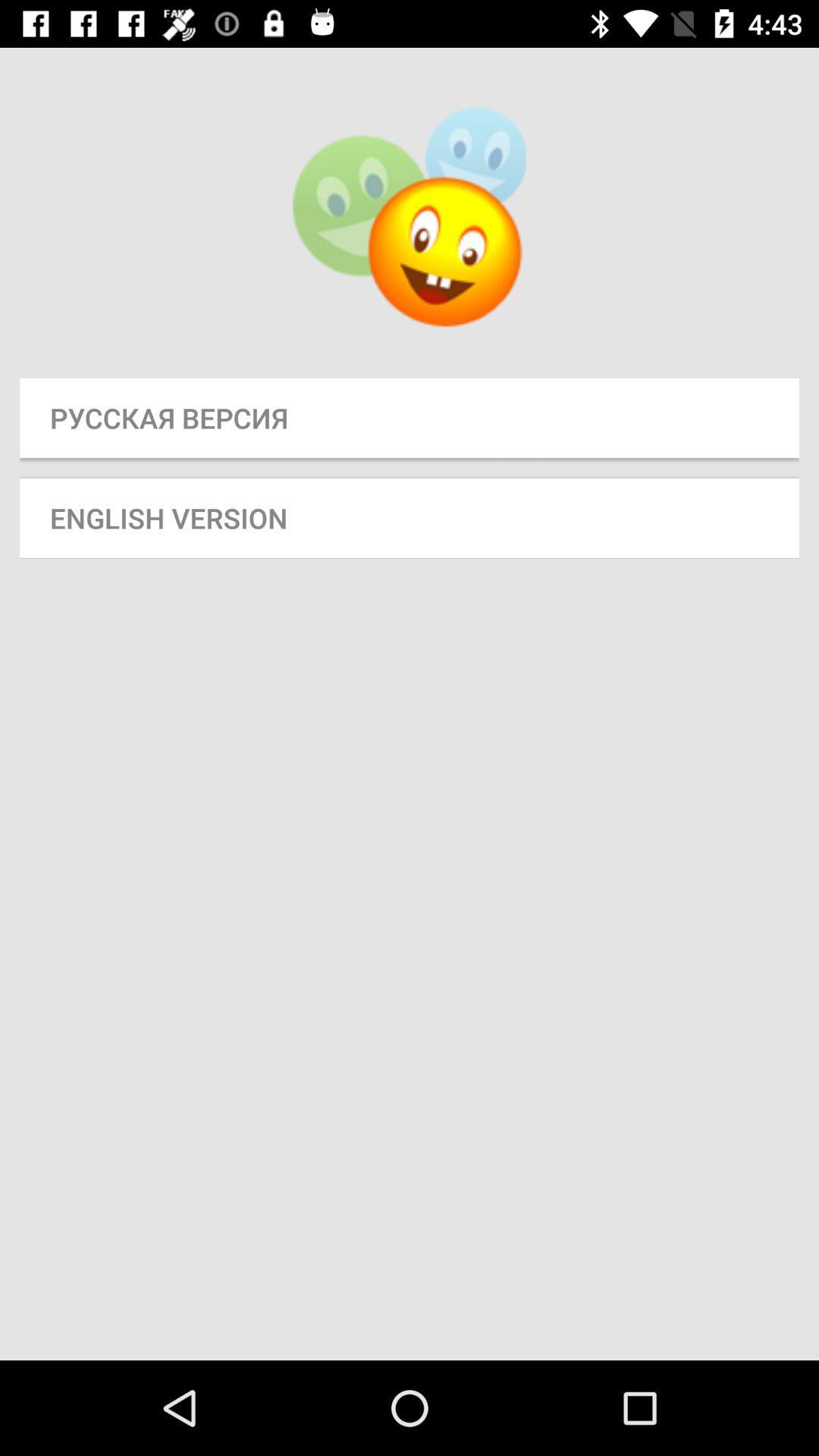 This screenshot has height=1456, width=819. What do you see at coordinates (409, 518) in the screenshot?
I see `english version button` at bounding box center [409, 518].